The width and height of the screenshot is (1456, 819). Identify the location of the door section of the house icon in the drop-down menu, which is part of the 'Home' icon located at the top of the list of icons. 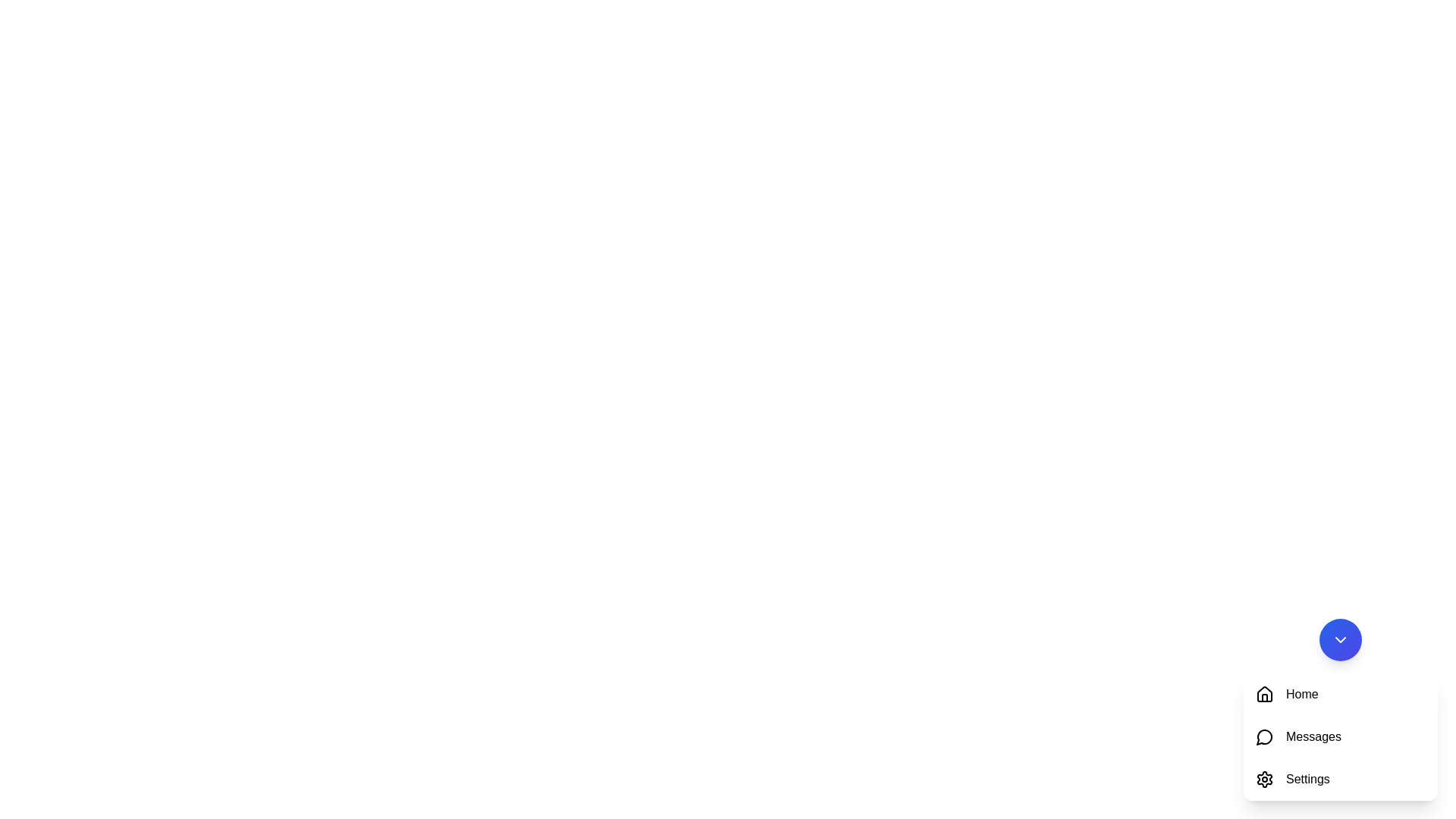
(1265, 698).